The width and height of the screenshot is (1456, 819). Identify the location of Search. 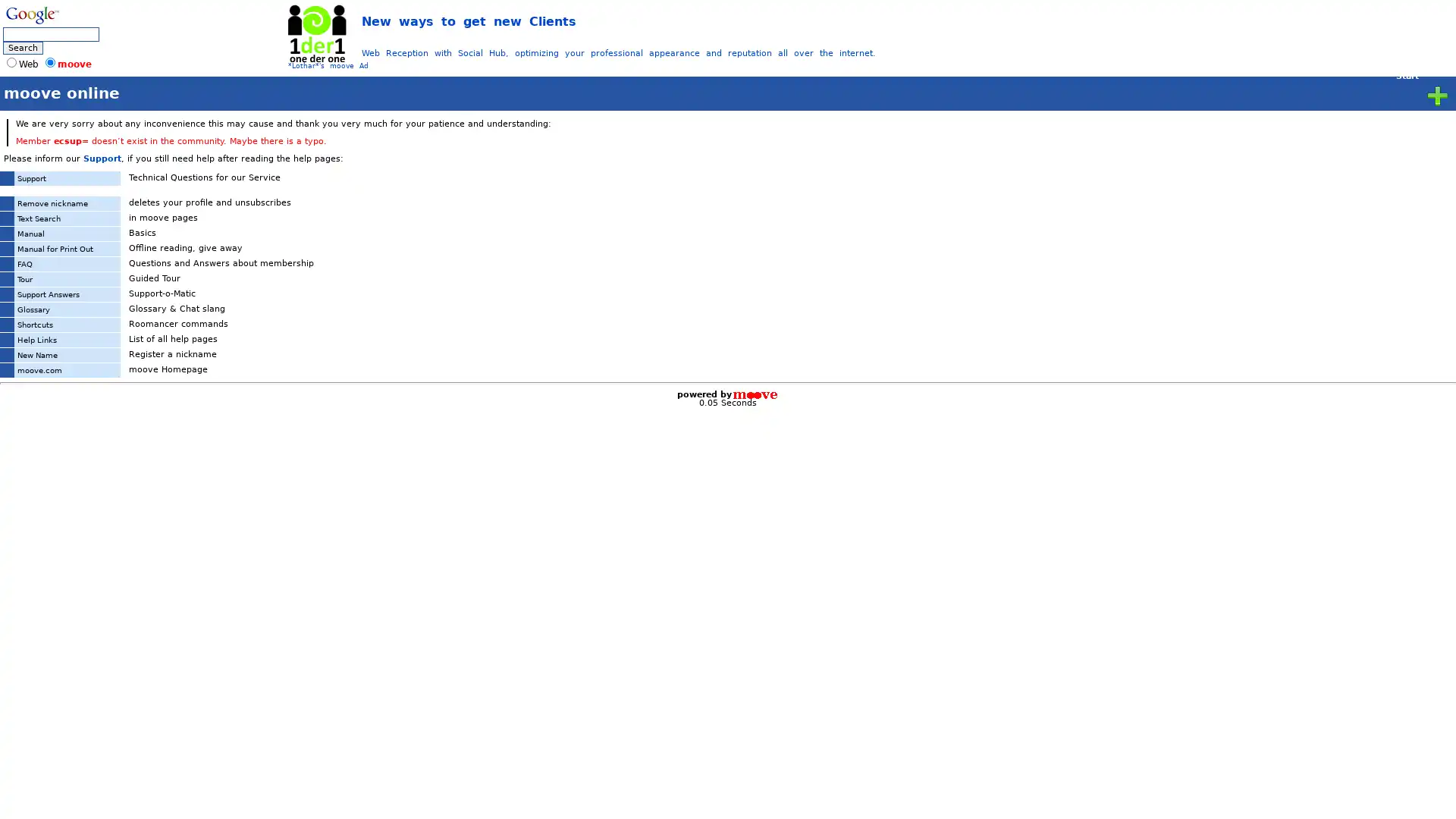
(23, 47).